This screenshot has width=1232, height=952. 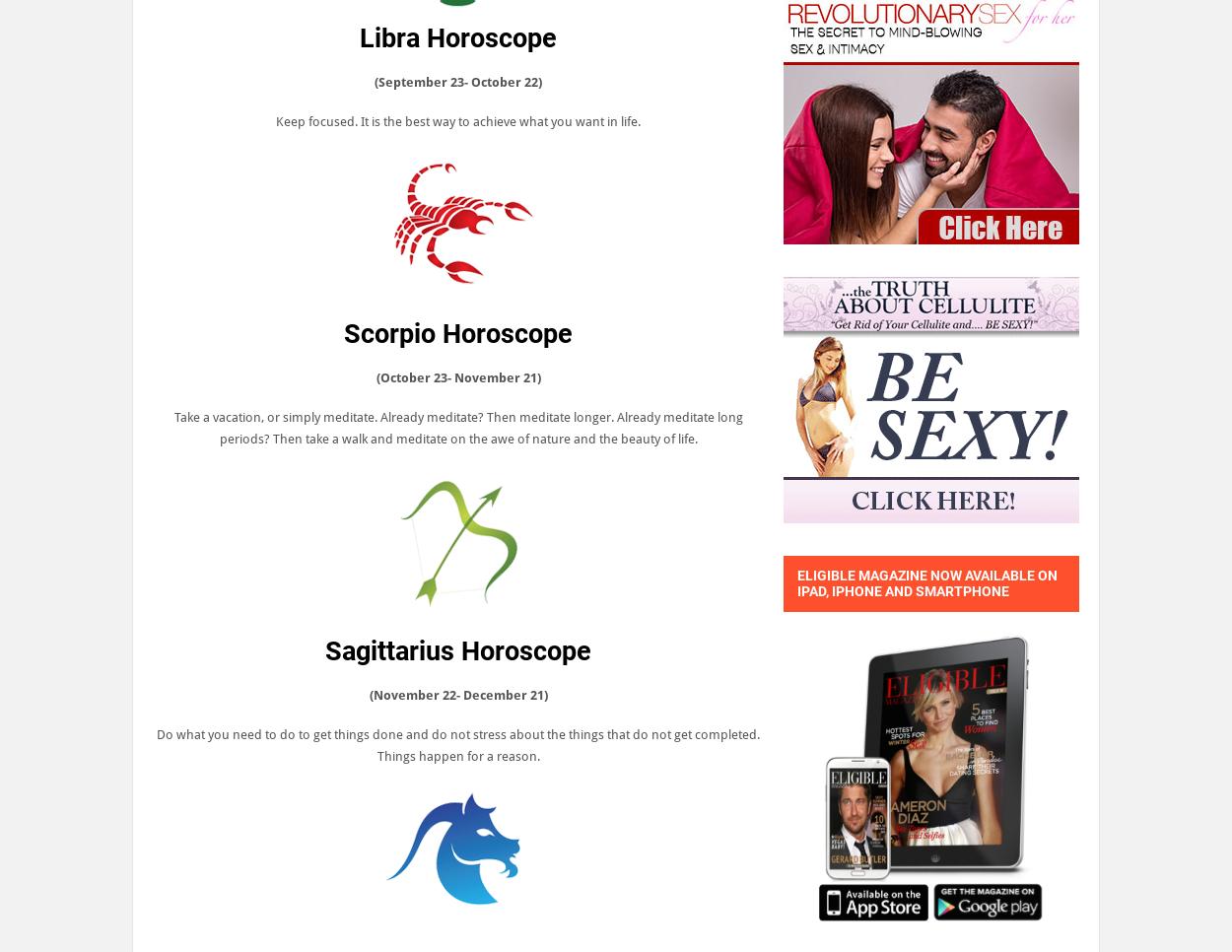 What do you see at coordinates (457, 121) in the screenshot?
I see `'Keep focused. It is the best way to achieve what you want in life.'` at bounding box center [457, 121].